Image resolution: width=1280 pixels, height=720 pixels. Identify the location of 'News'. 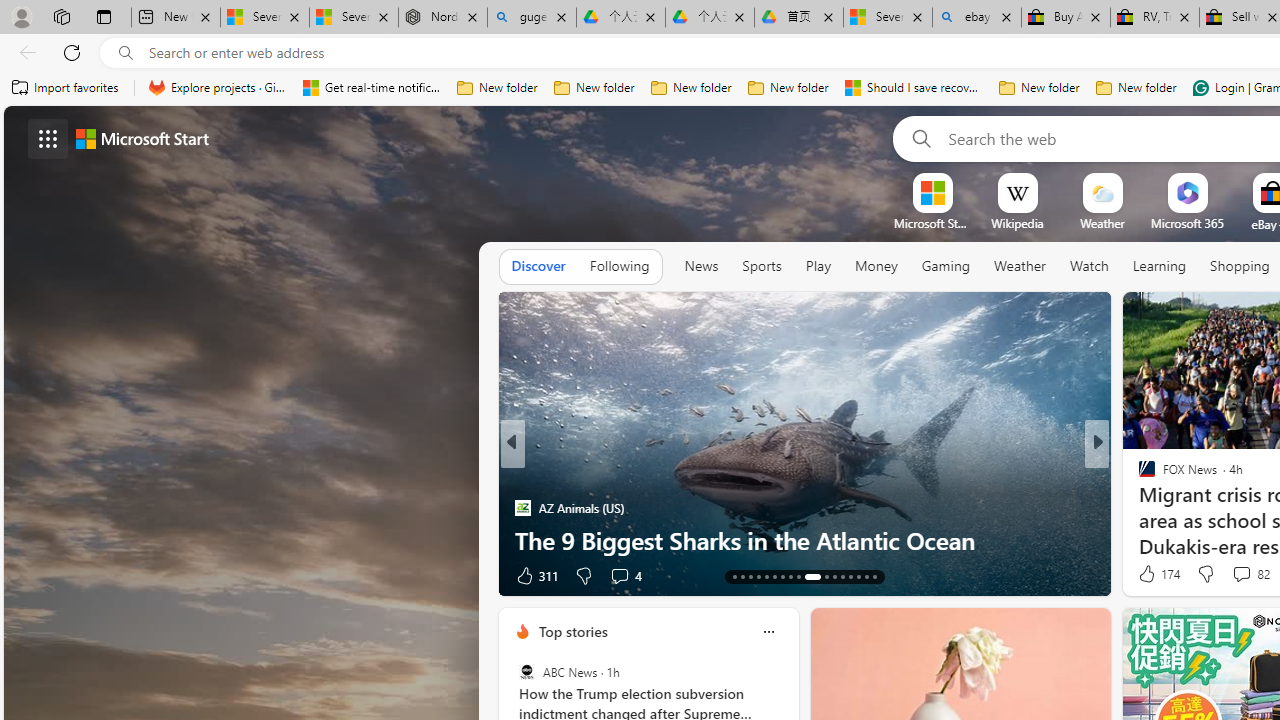
(701, 265).